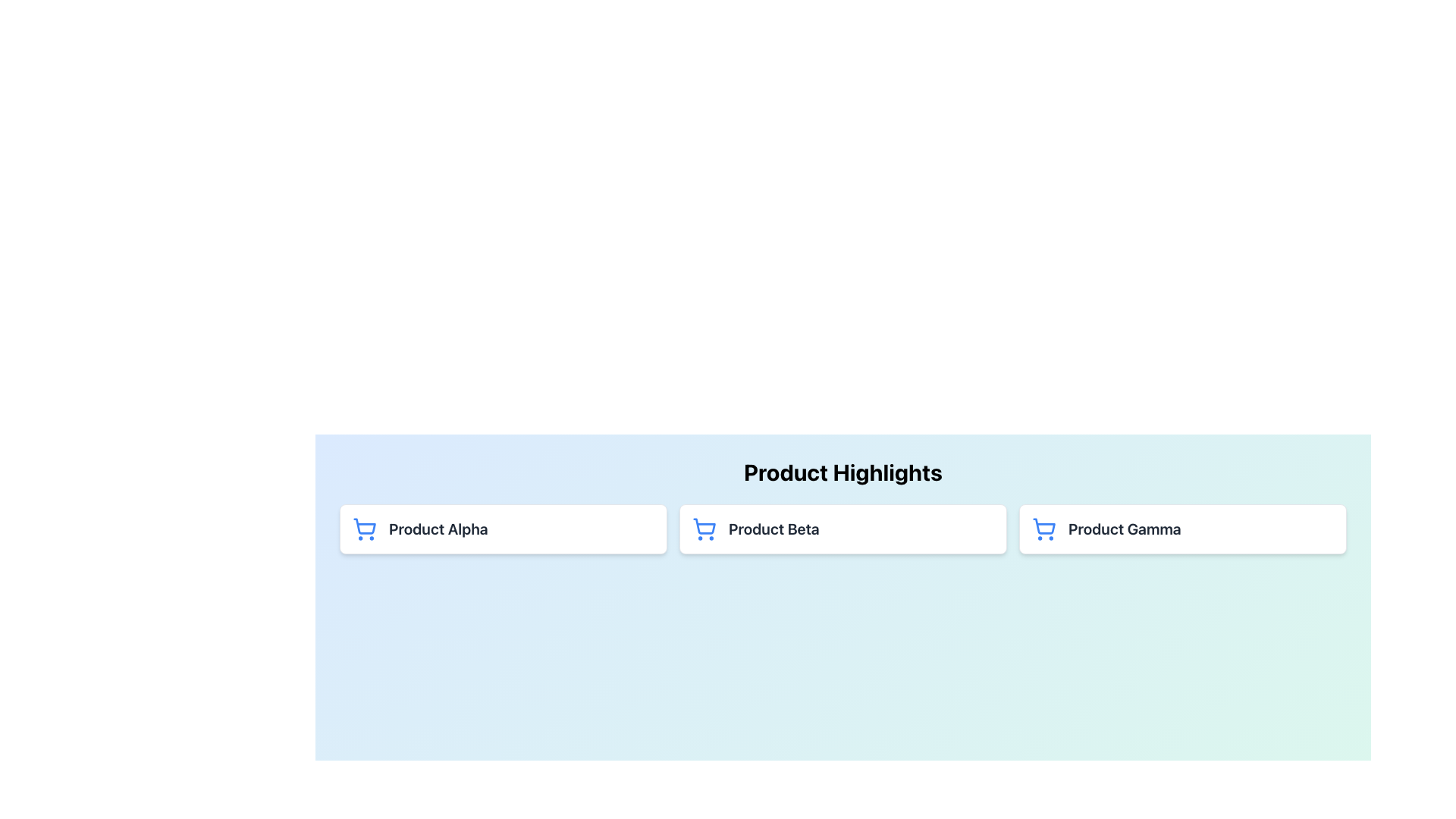 Image resolution: width=1456 pixels, height=819 pixels. Describe the element at coordinates (1125, 529) in the screenshot. I see `text label identifying 'Product Gamma', which is the rightmost label in a row of product descriptions under 'Product Highlights'` at that location.